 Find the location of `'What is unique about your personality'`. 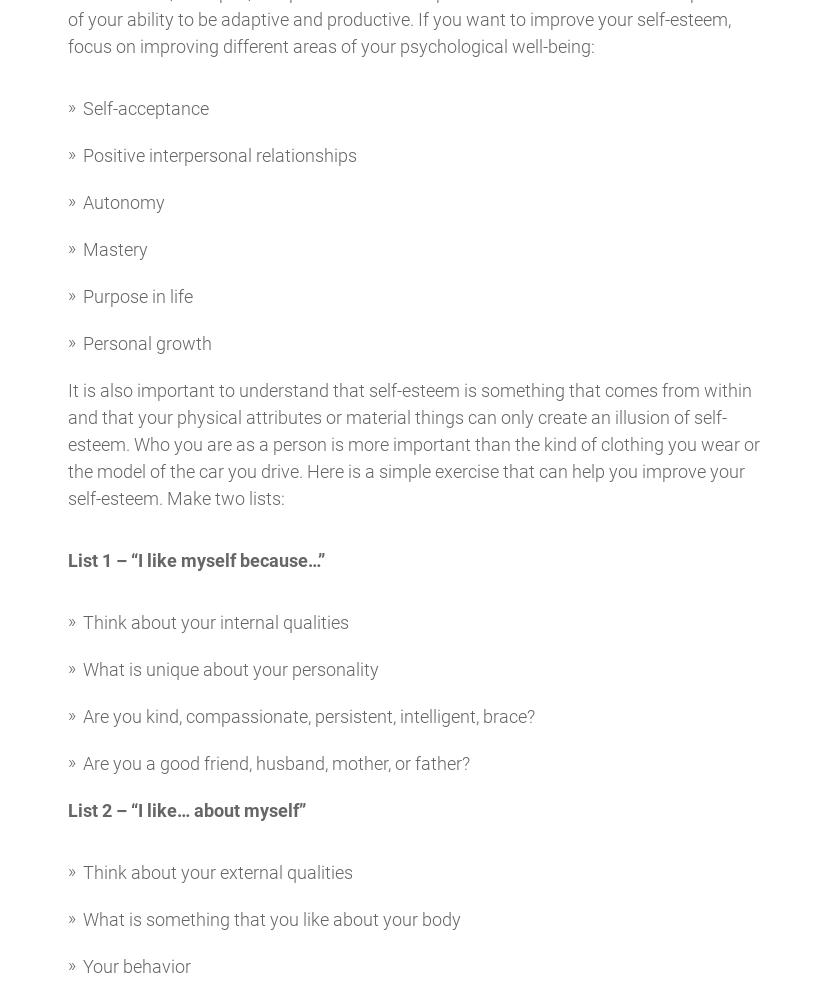

'What is unique about your personality' is located at coordinates (230, 669).